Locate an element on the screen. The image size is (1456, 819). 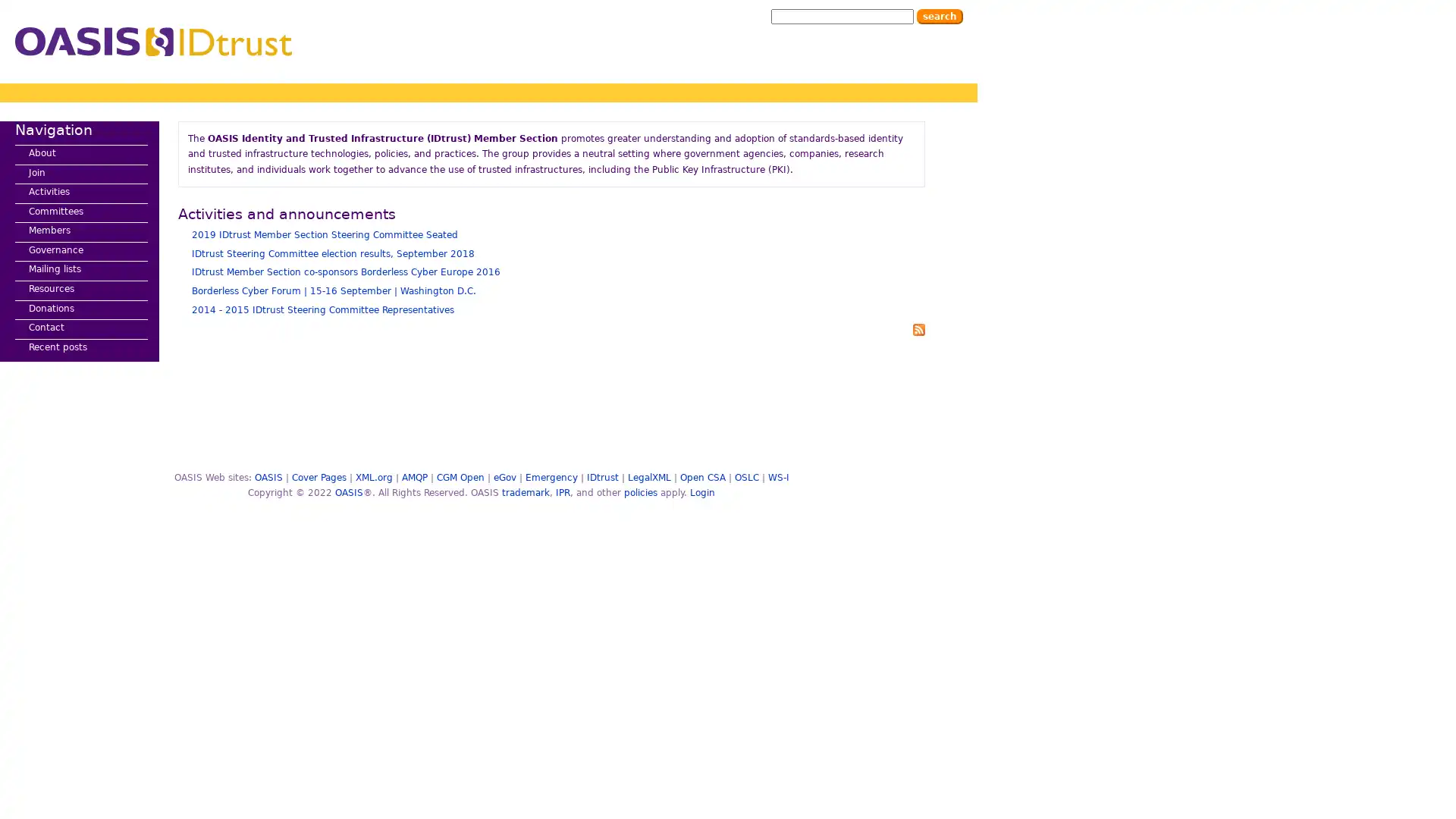
Search is located at coordinates (939, 17).